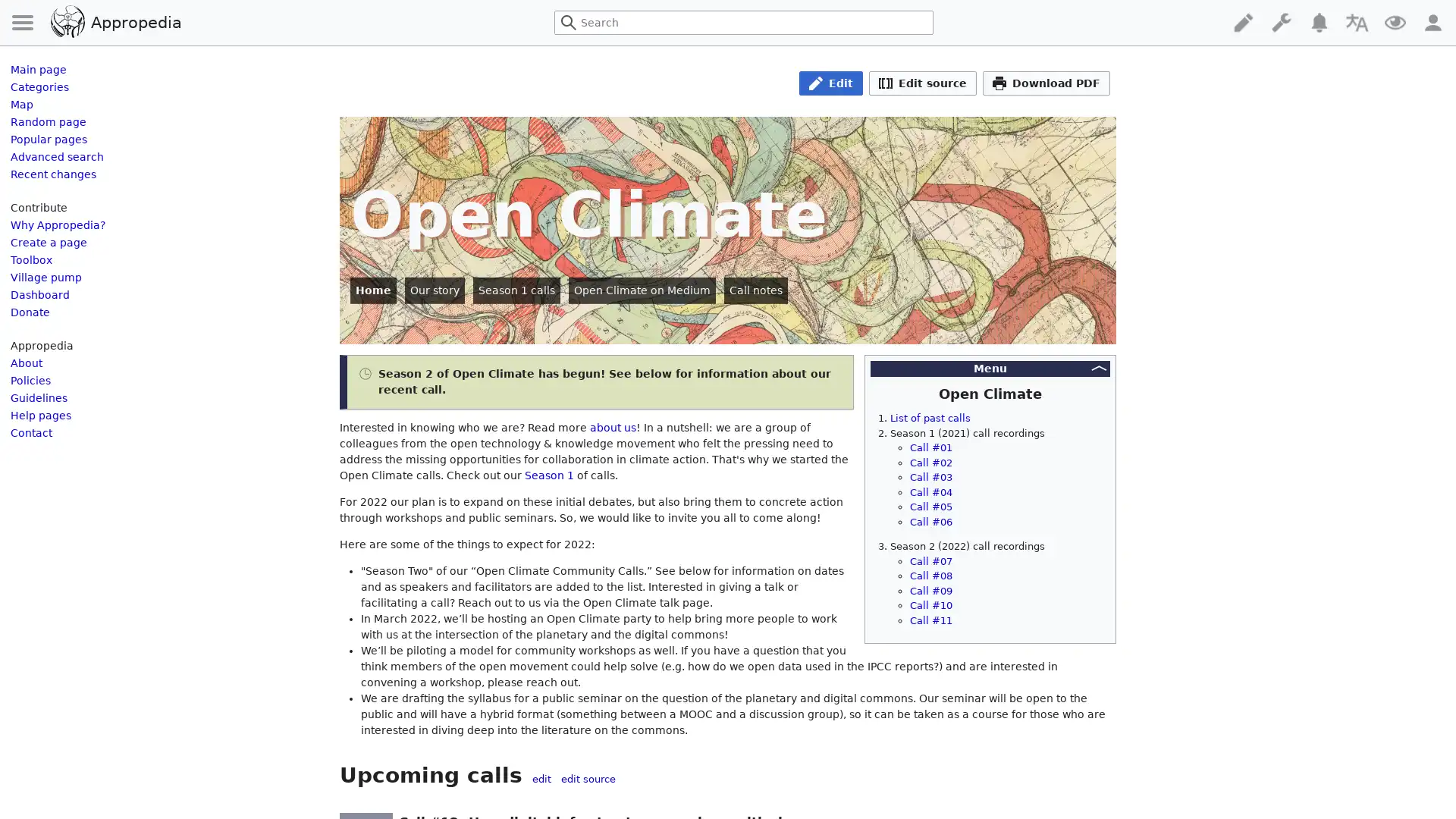 Image resolution: width=1456 pixels, height=819 pixels. I want to click on Edit source, so click(922, 83).